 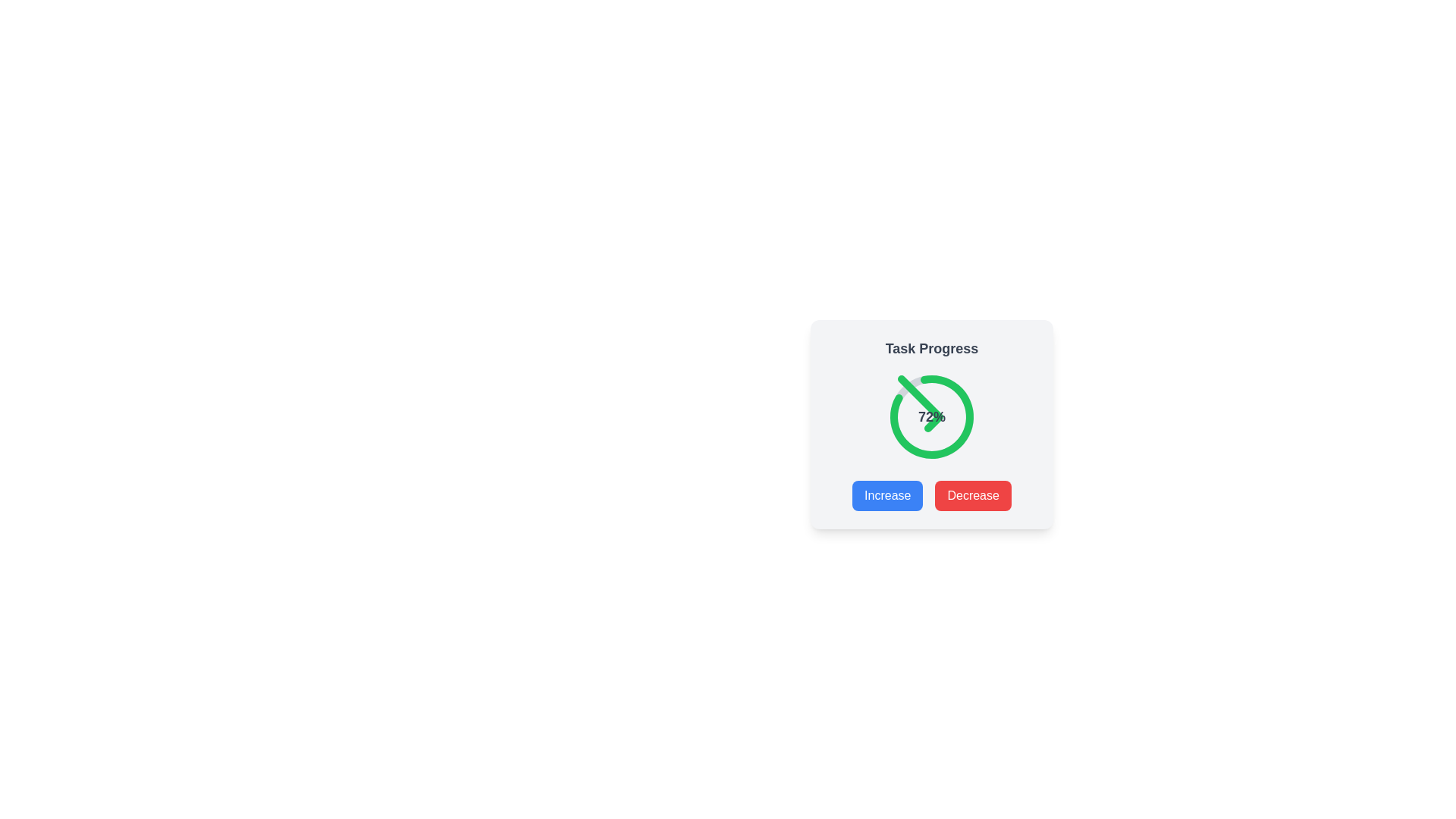 What do you see at coordinates (887, 496) in the screenshot?
I see `the leftmost button at the bottom of the card` at bounding box center [887, 496].